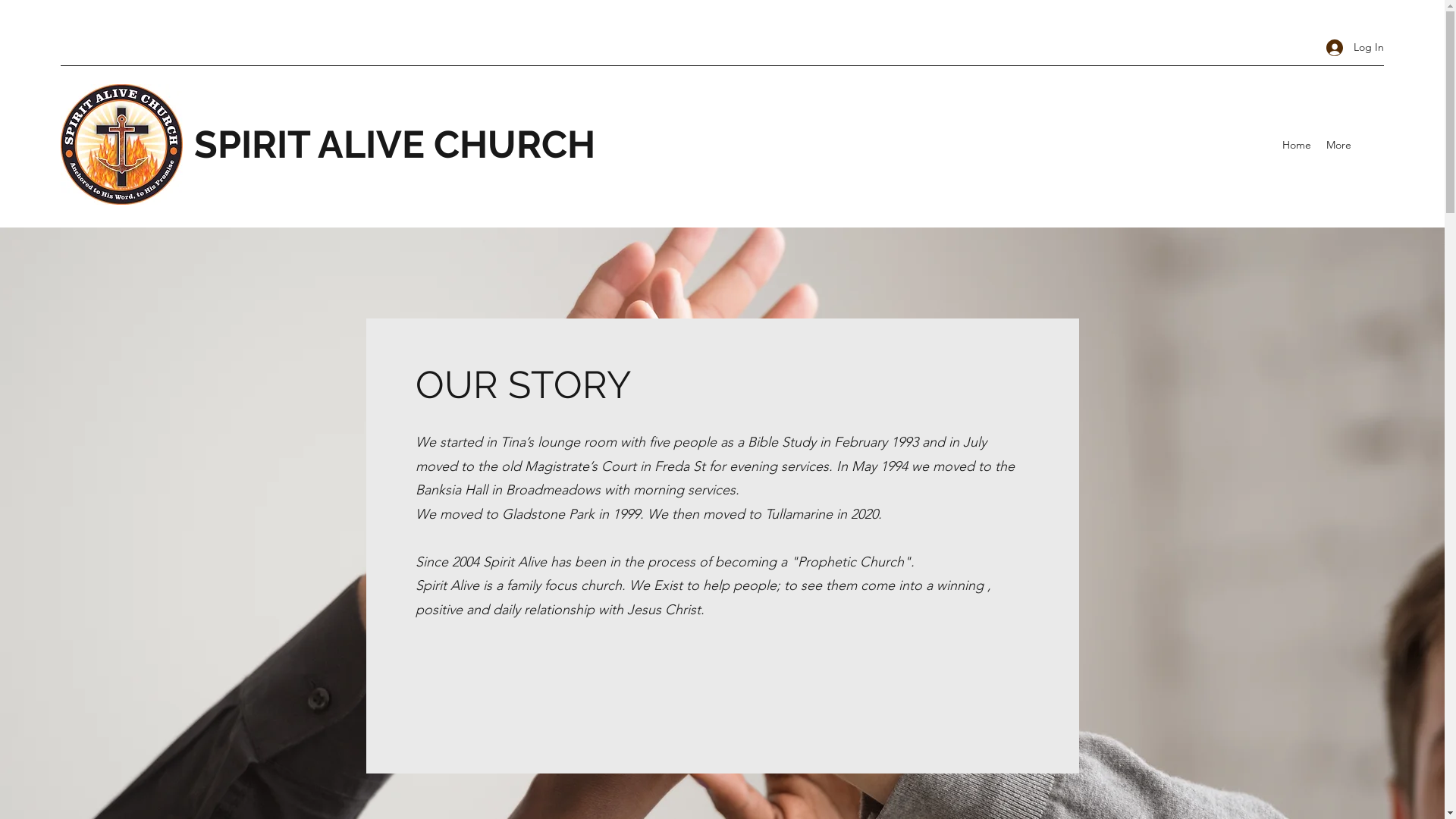 Image resolution: width=1456 pixels, height=819 pixels. What do you see at coordinates (1350, 46) in the screenshot?
I see `'Log In'` at bounding box center [1350, 46].